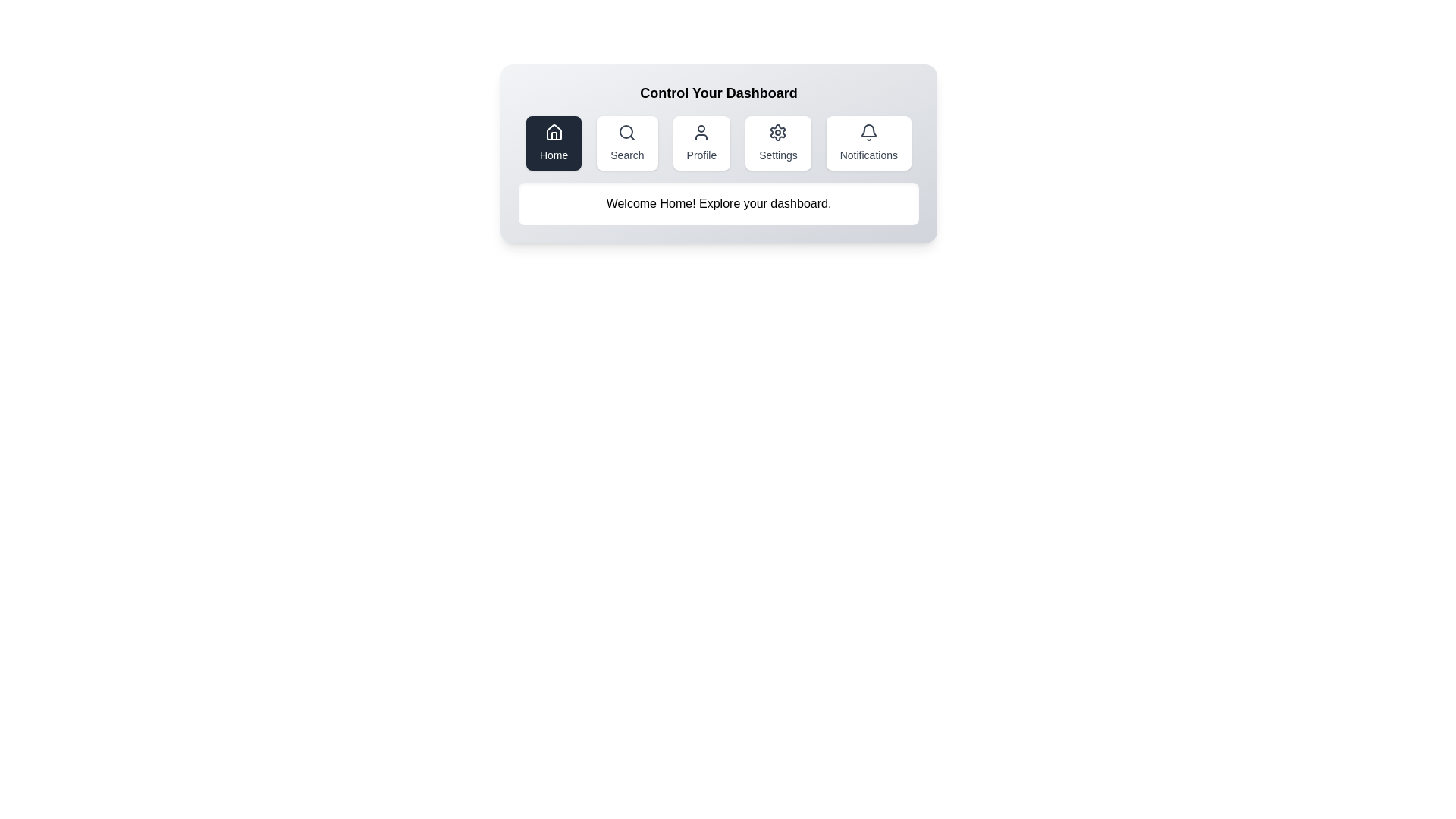 This screenshot has height=819, width=1456. Describe the element at coordinates (553, 131) in the screenshot. I see `the home icon, which is a minimal vector graphic of a house outline, located in the navigation section as the first icon in a horizontal list` at that location.